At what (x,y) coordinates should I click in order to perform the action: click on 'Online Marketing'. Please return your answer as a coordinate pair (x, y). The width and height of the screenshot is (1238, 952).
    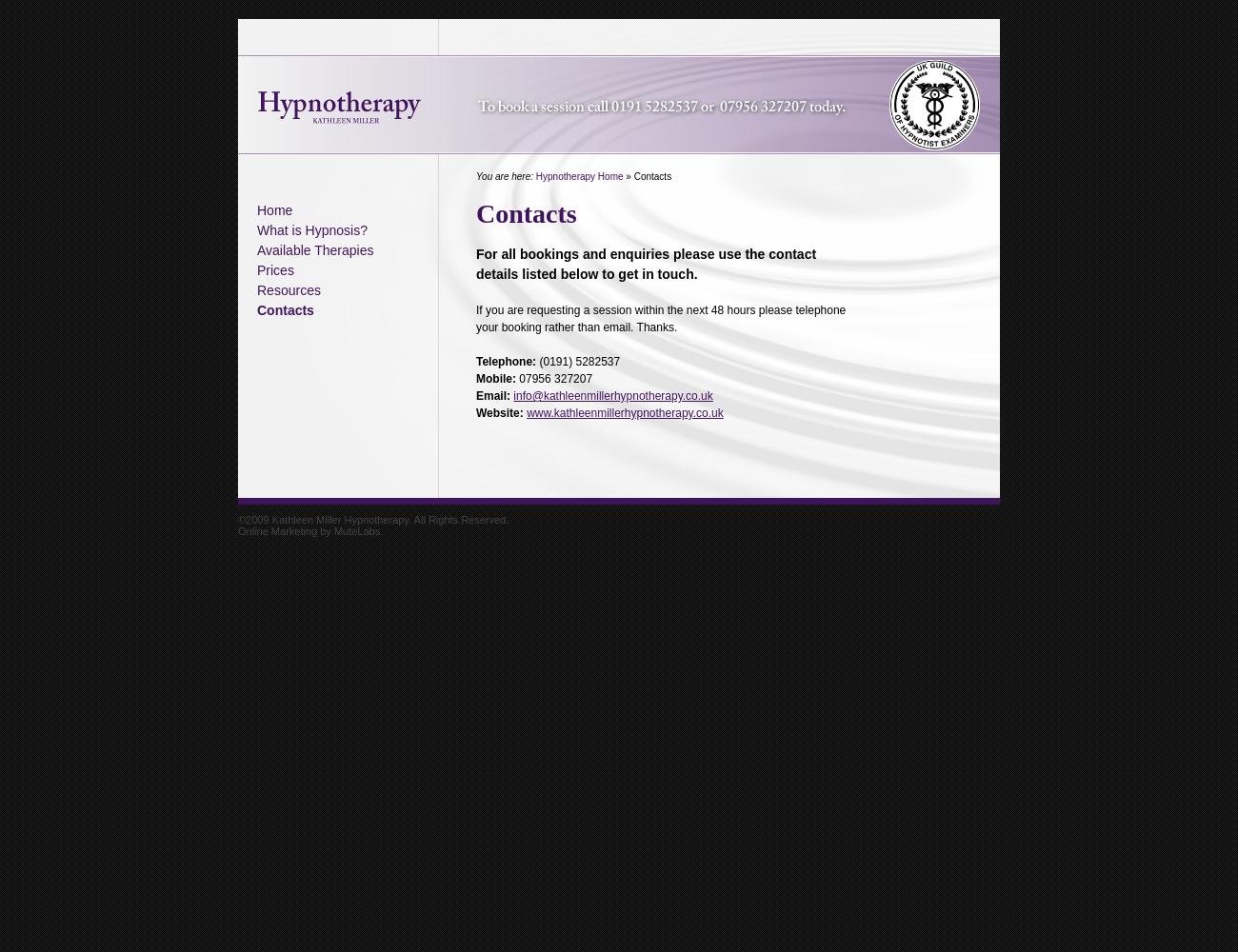
    Looking at the image, I should click on (277, 531).